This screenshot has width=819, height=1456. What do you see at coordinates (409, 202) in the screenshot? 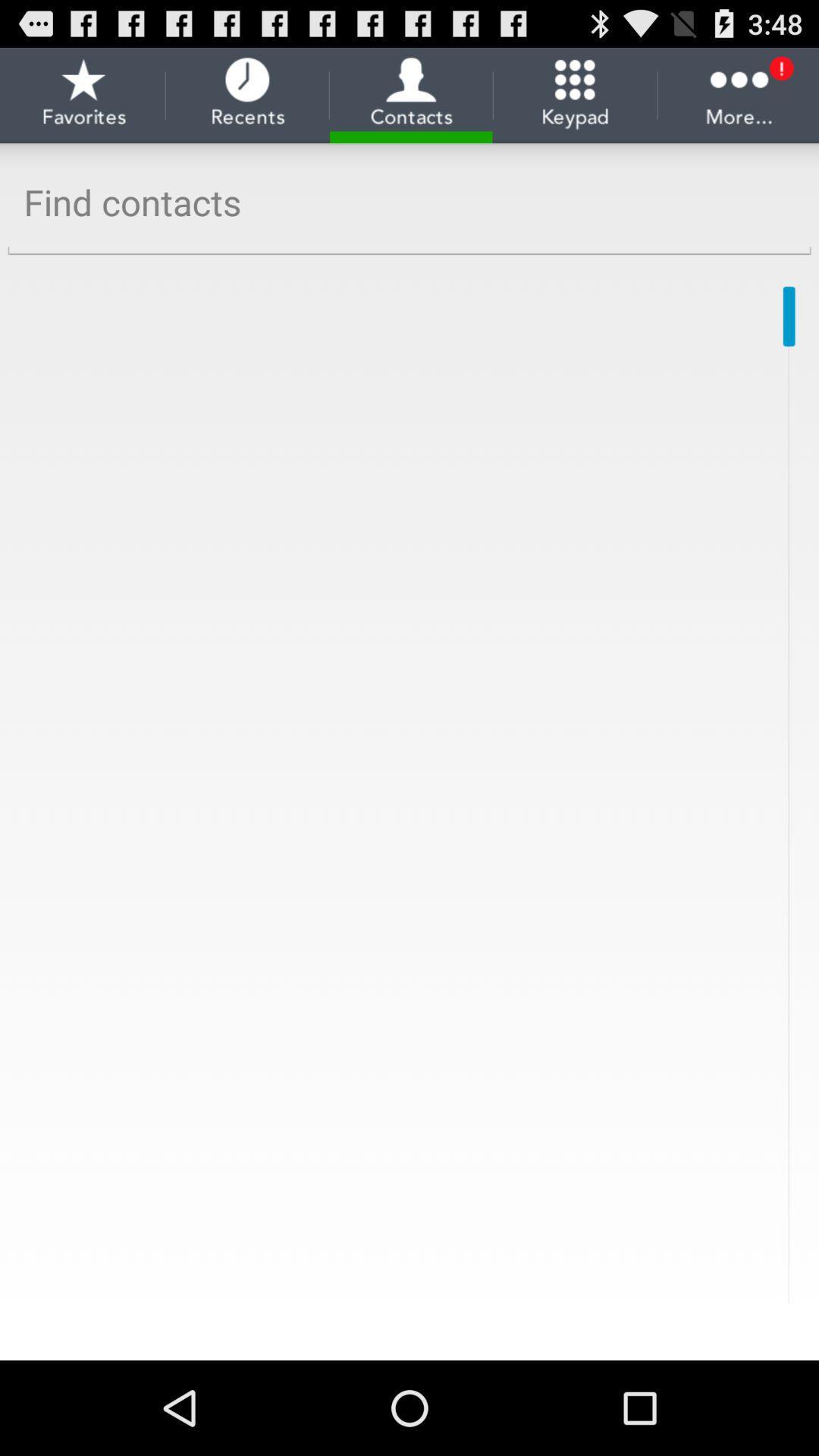
I see `find contacts` at bounding box center [409, 202].